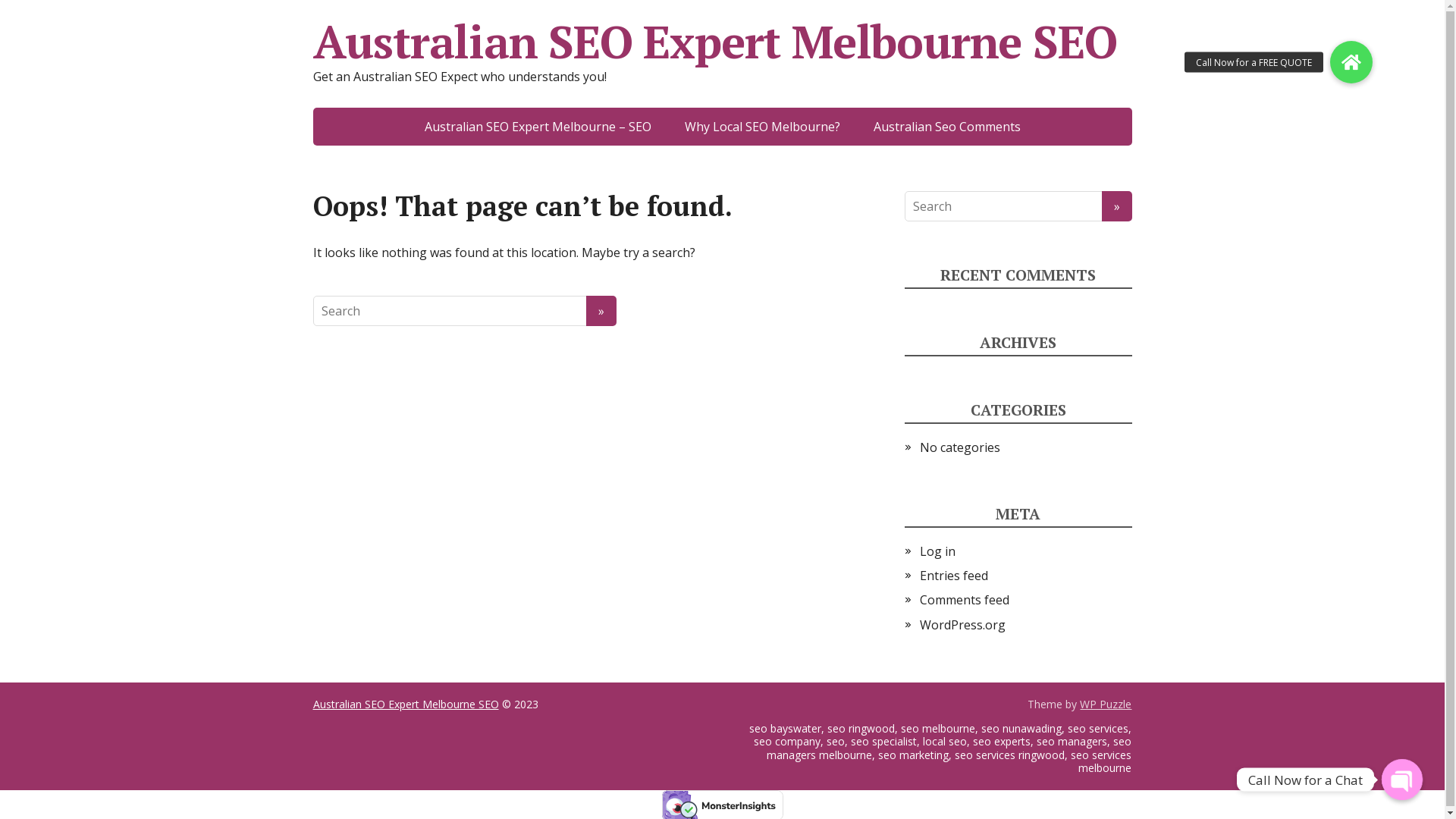 This screenshot has width=1456, height=819. I want to click on 'Australian SEO Expert Melbourne SEO', so click(720, 40).